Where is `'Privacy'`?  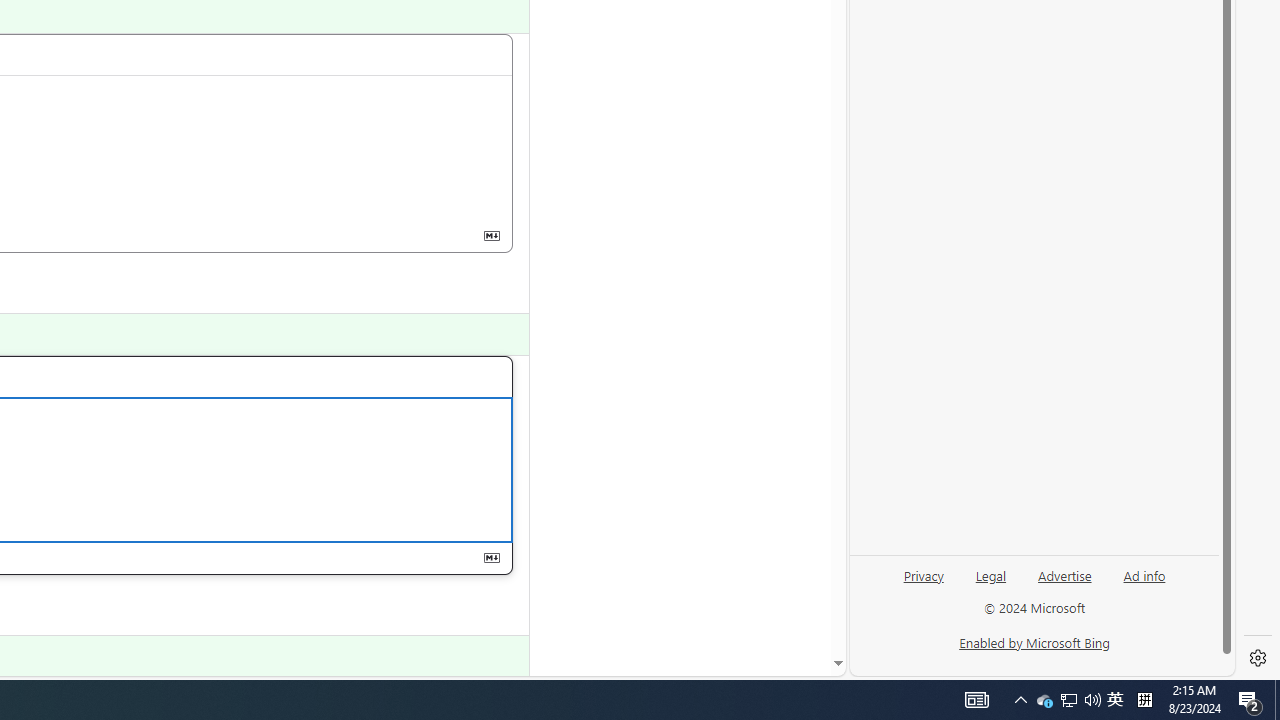
'Privacy' is located at coordinates (922, 583).